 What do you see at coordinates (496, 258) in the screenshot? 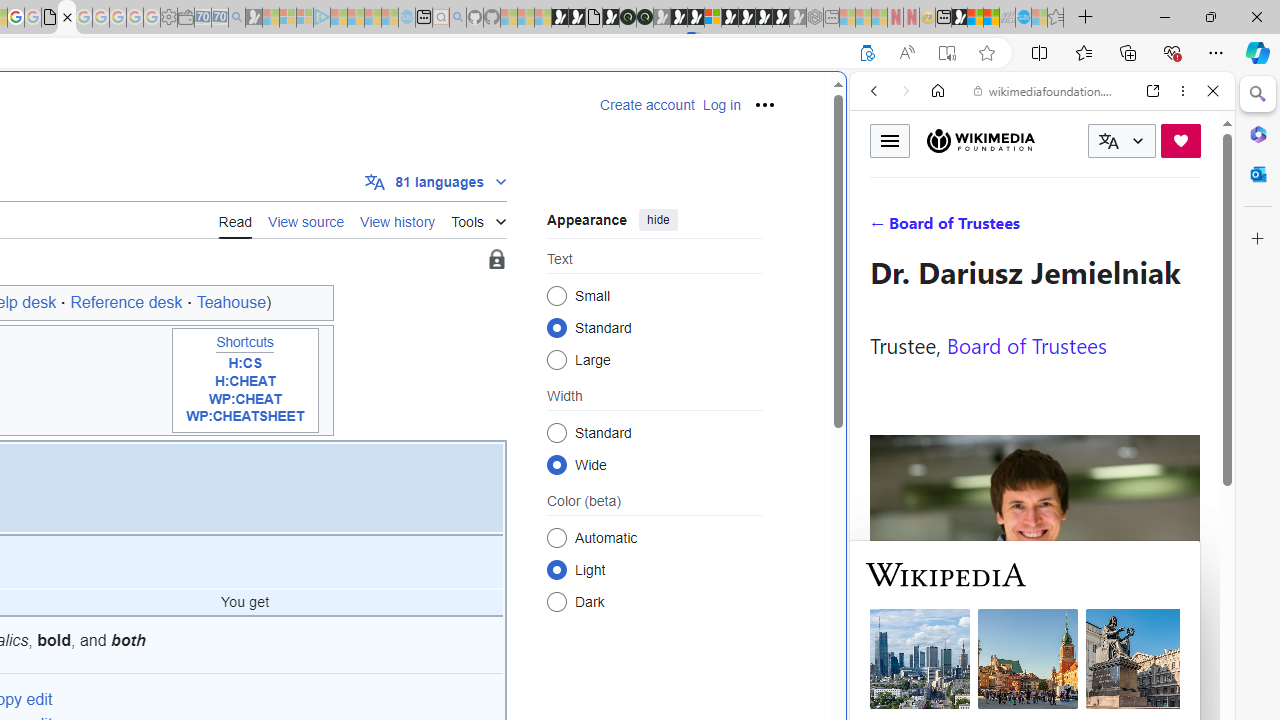
I see `'Page semi-protected'` at bounding box center [496, 258].